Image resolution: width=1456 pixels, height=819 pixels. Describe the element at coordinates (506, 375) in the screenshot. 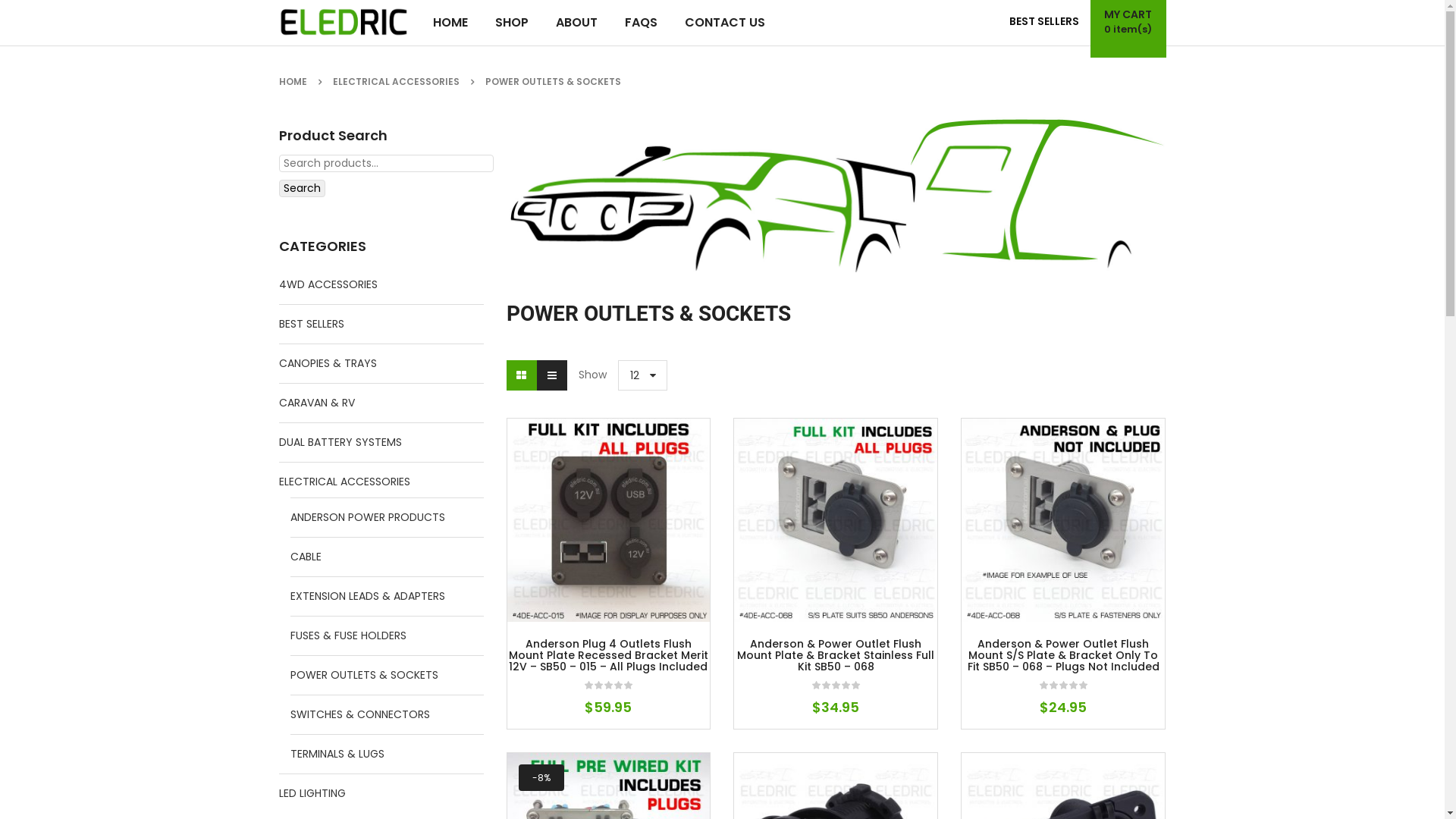

I see `'Grid view'` at that location.